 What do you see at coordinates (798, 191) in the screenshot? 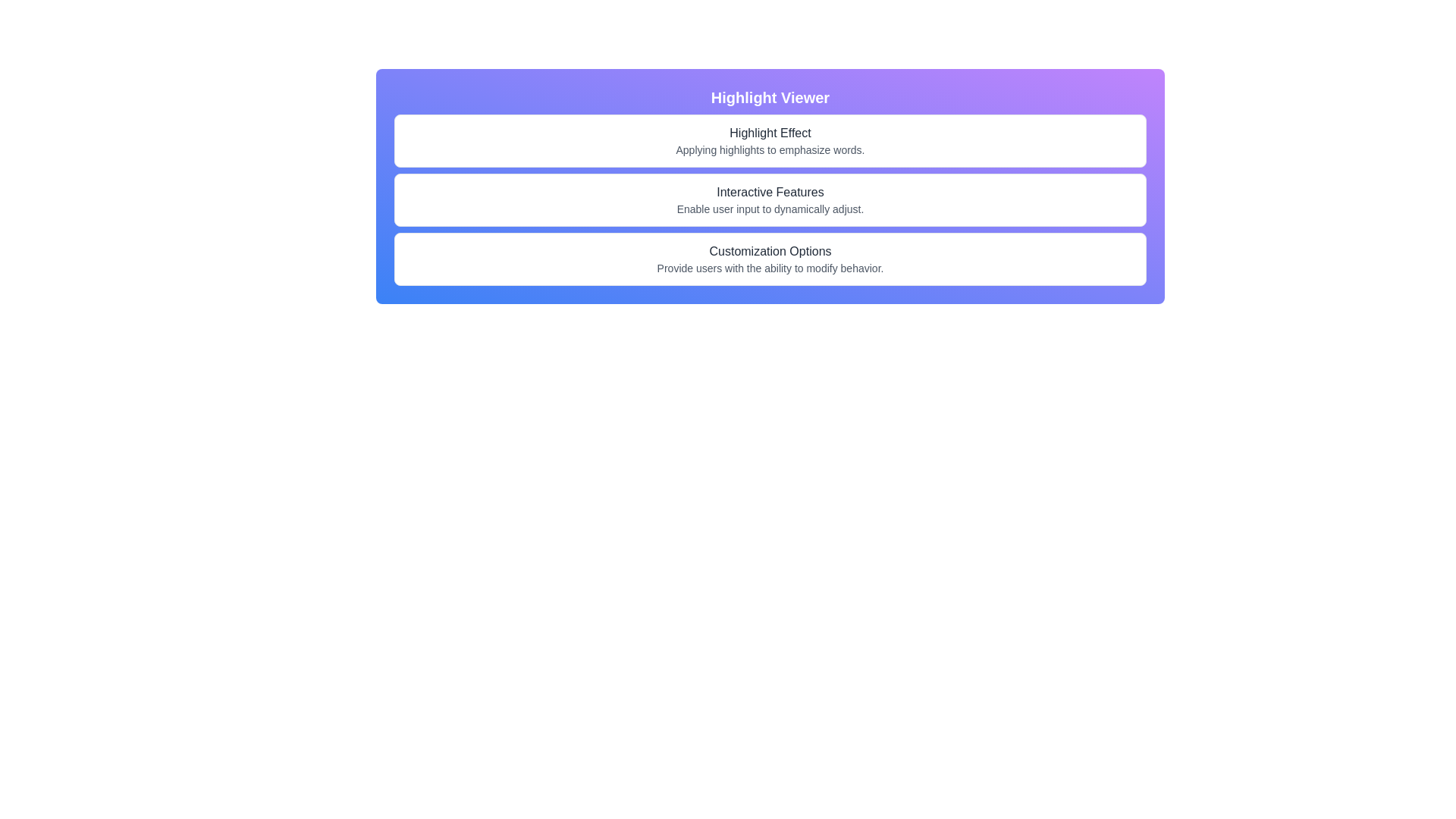
I see `the lowercase 't' character in the header text 'Interactive Features', which is styled with medium font weight and gray color, located on a blue-purple gradient background` at bounding box center [798, 191].